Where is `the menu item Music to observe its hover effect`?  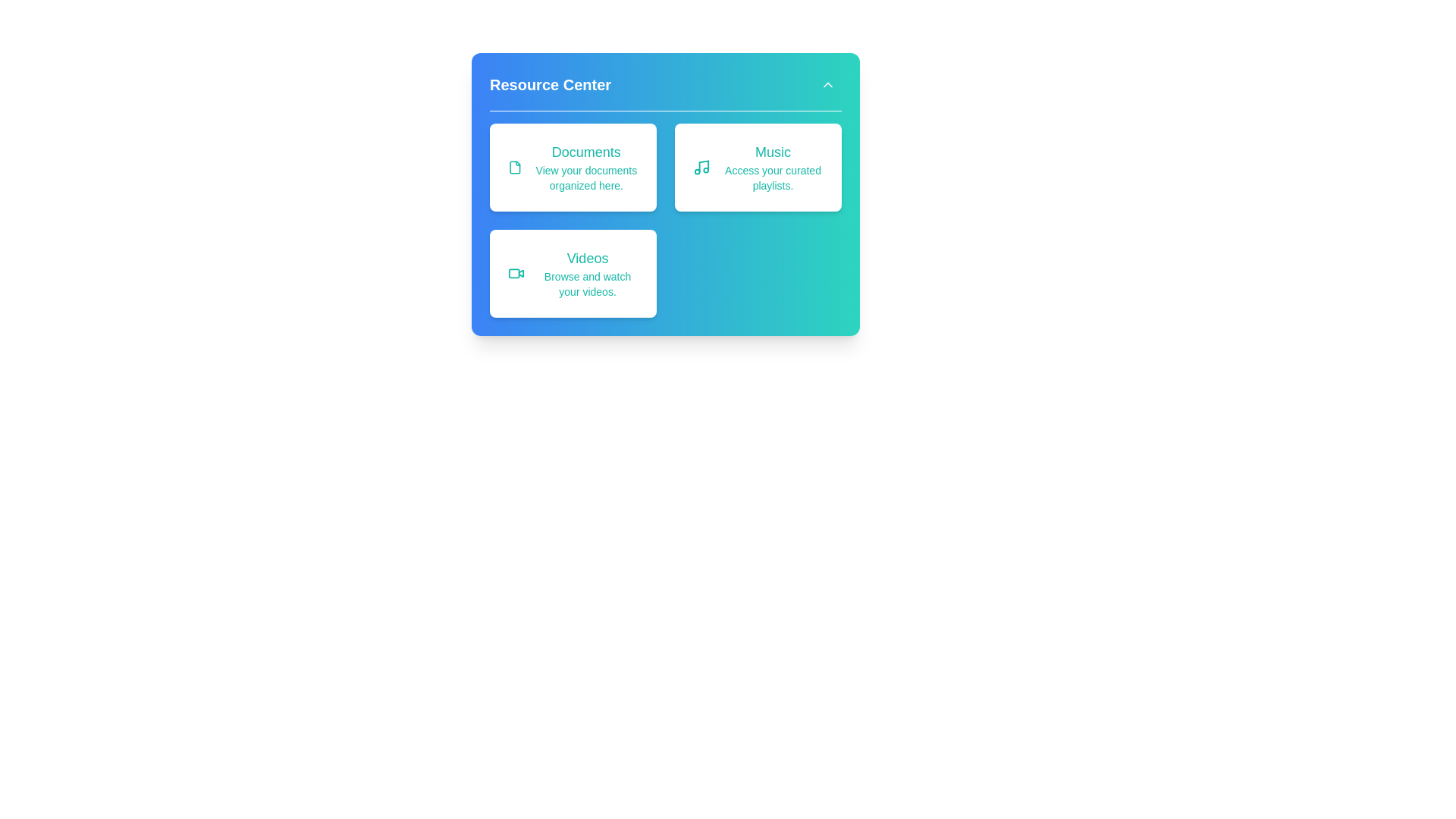 the menu item Music to observe its hover effect is located at coordinates (758, 167).